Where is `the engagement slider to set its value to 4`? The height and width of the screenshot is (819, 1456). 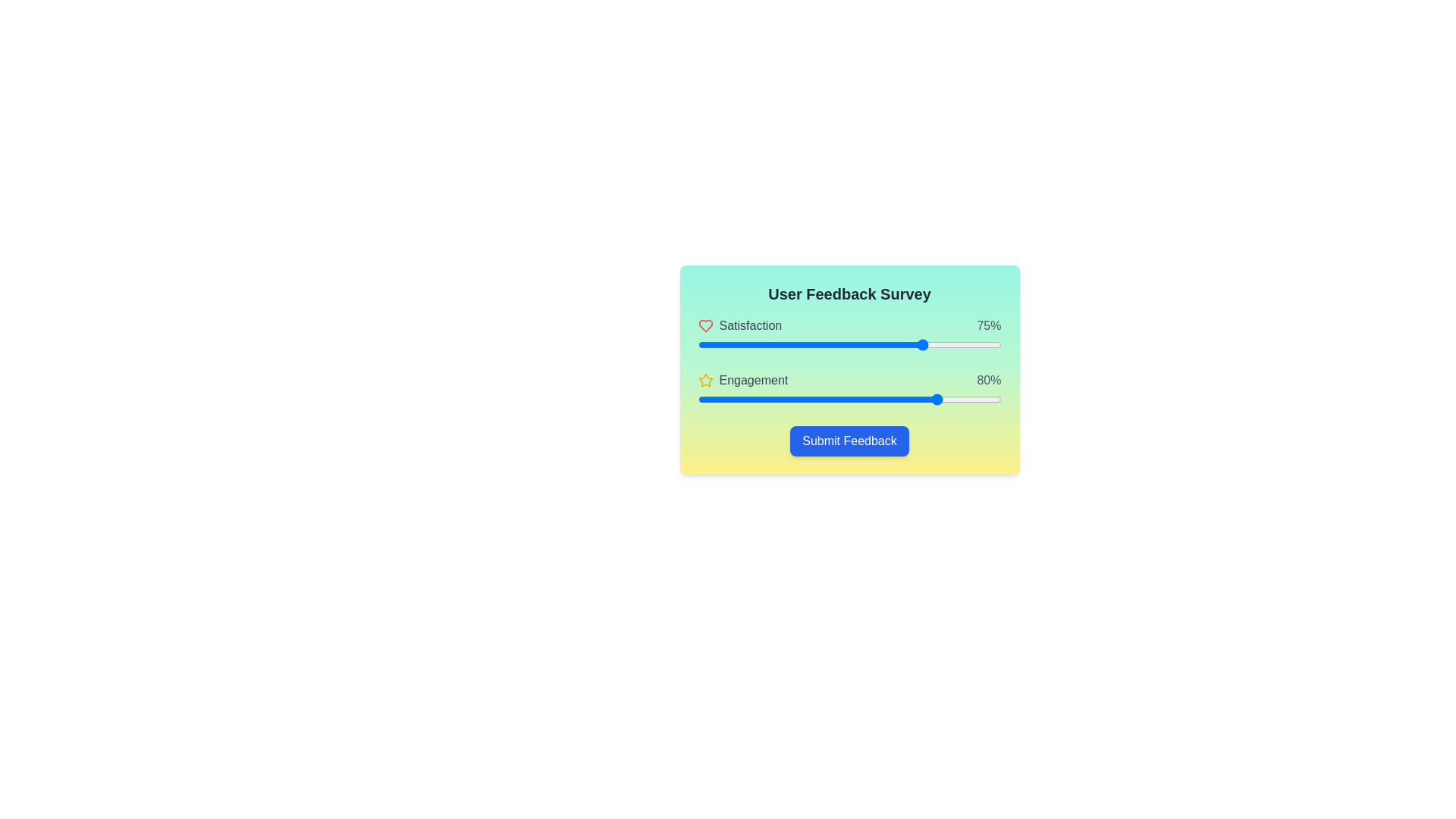 the engagement slider to set its value to 4 is located at coordinates (709, 399).